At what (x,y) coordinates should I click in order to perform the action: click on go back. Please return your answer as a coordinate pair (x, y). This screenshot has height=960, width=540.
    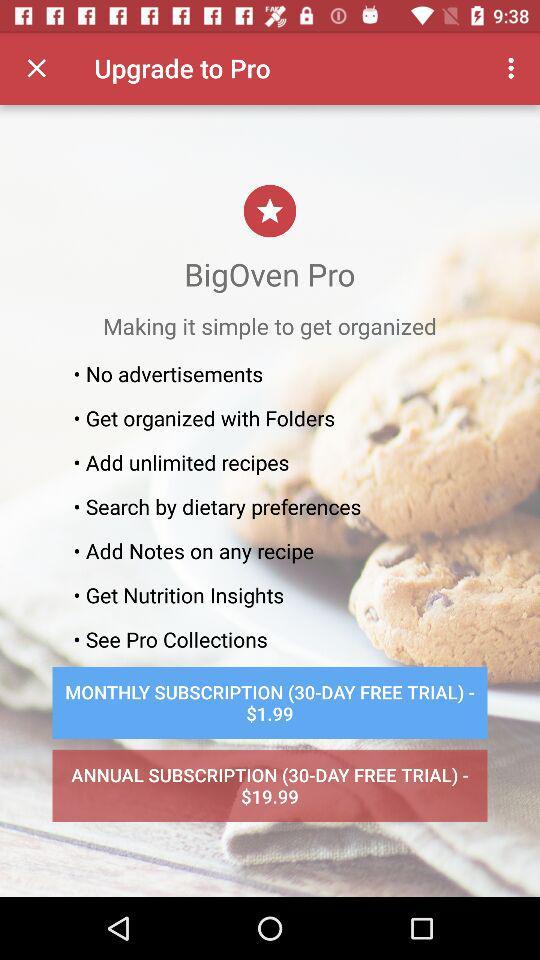
    Looking at the image, I should click on (36, 68).